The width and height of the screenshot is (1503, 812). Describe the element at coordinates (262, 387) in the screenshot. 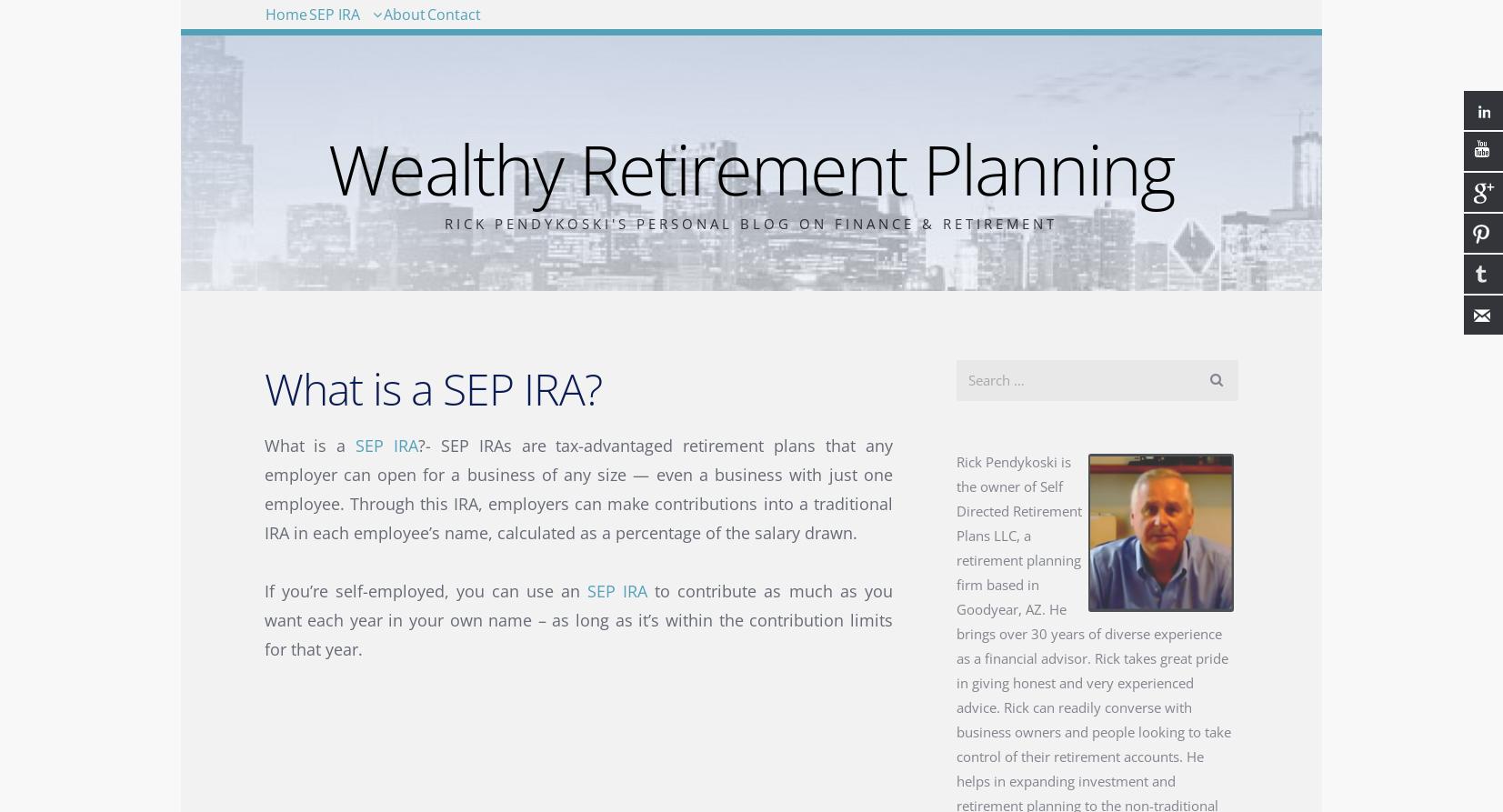

I see `'What is a SEP IRA?'` at that location.